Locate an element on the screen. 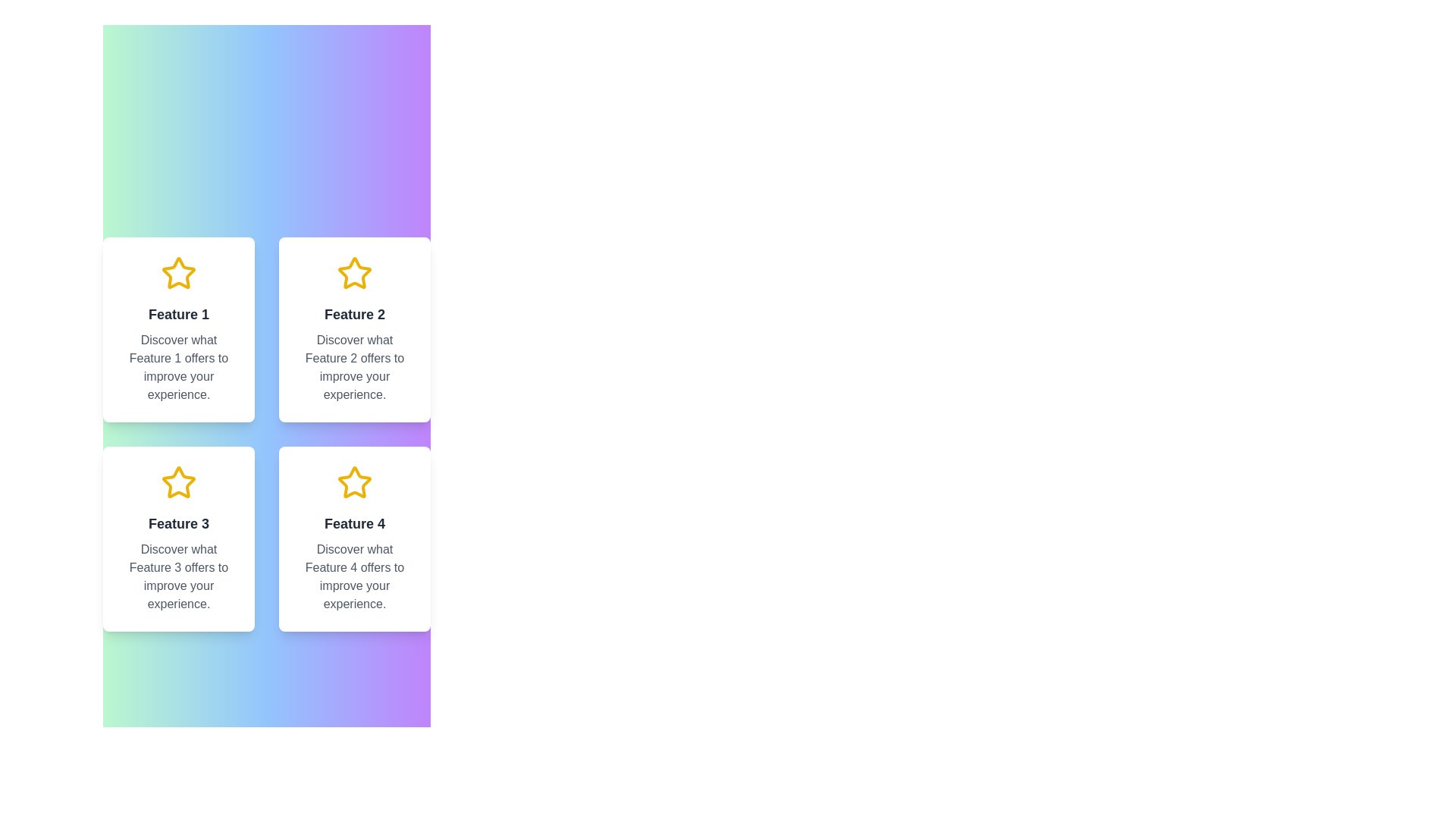 This screenshot has width=1456, height=819. the Icon representing 'Feature 3', located in the third card of the grid layout, centrally positioned in the top region adjacent to the 'Feature 3' title text is located at coordinates (178, 482).